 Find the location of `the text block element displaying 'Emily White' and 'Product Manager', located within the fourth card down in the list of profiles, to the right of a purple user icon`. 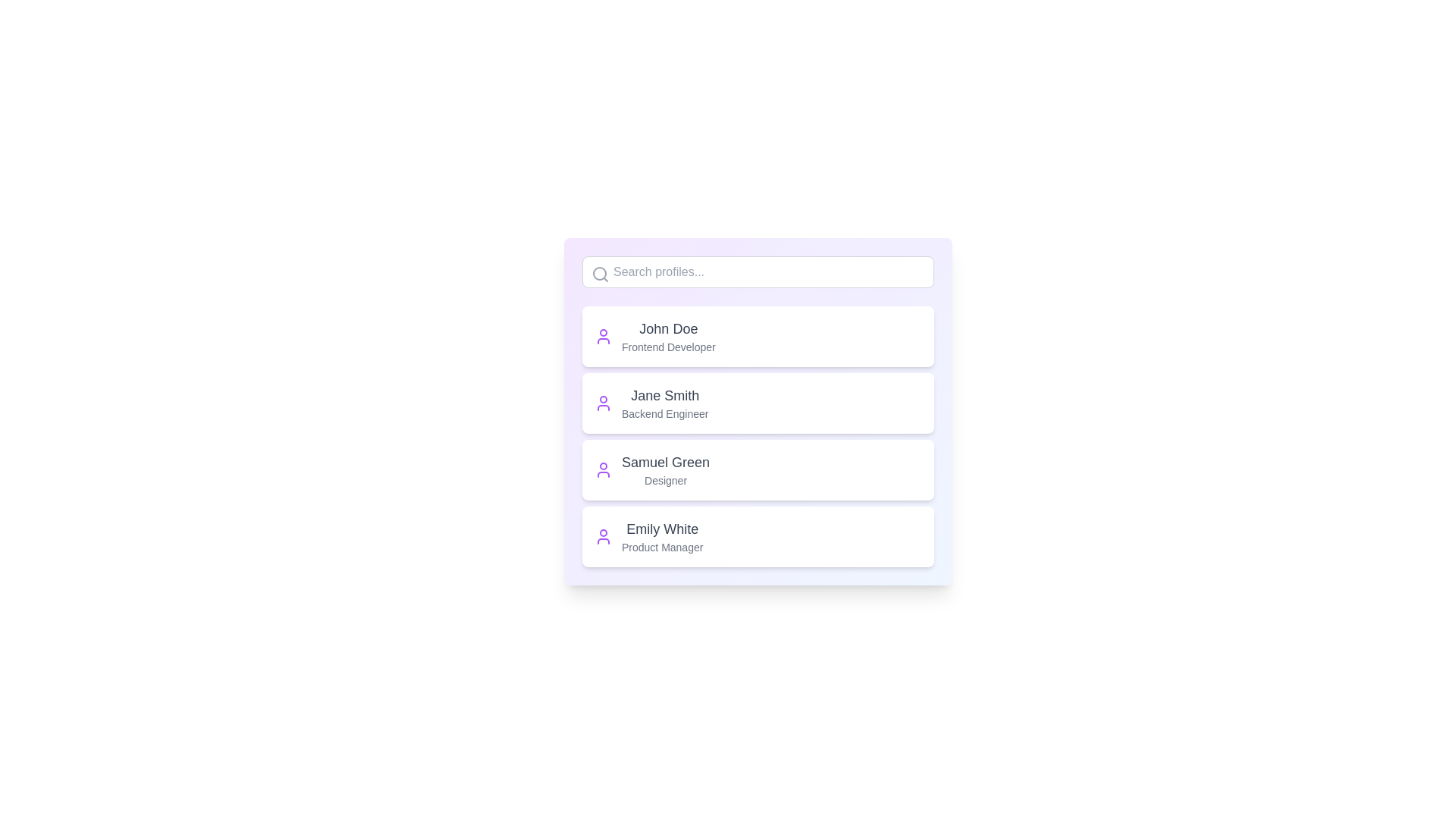

the text block element displaying 'Emily White' and 'Product Manager', located within the fourth card down in the list of profiles, to the right of a purple user icon is located at coordinates (662, 536).